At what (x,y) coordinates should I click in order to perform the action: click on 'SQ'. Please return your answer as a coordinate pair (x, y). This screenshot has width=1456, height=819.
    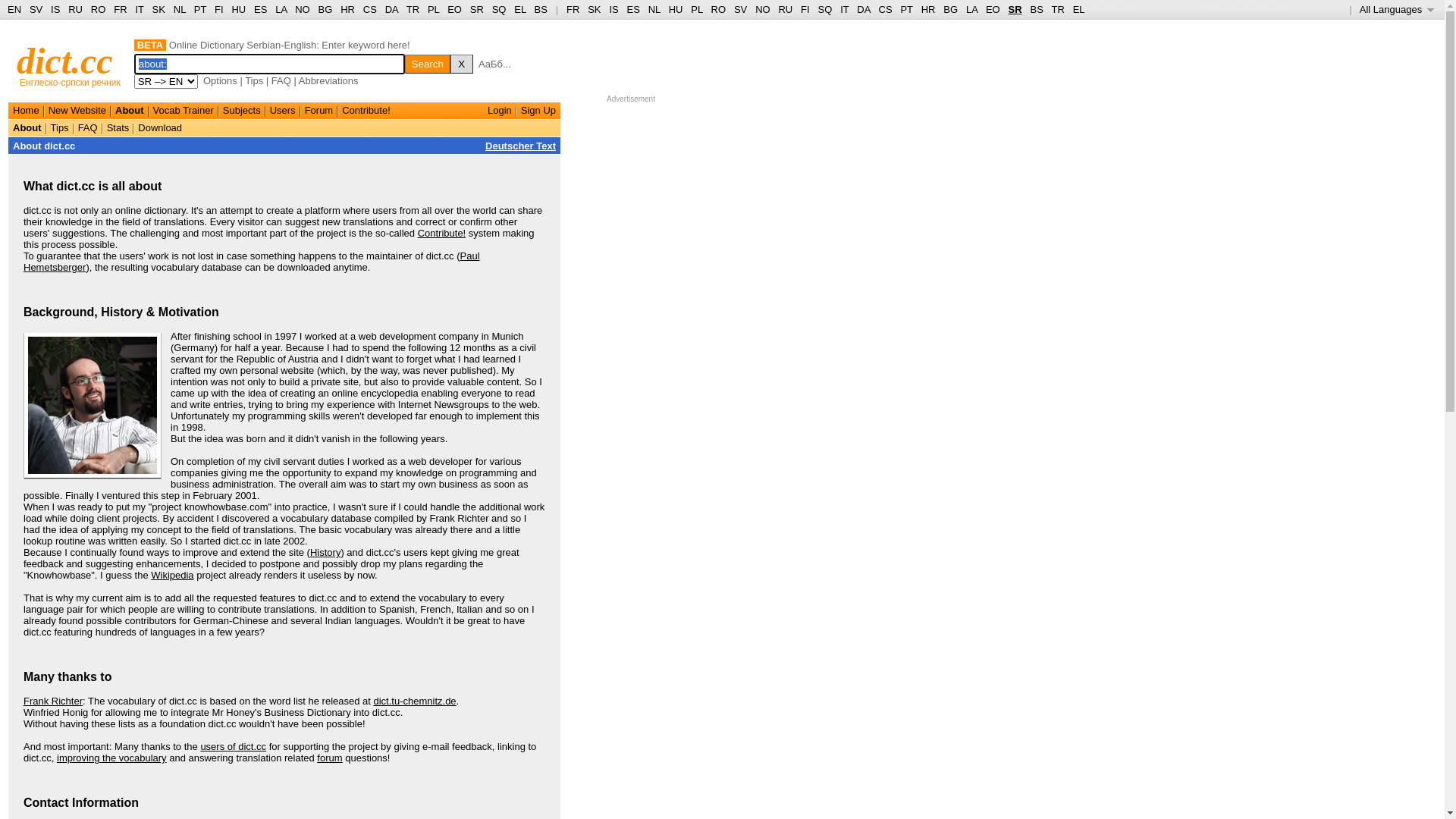
    Looking at the image, I should click on (499, 9).